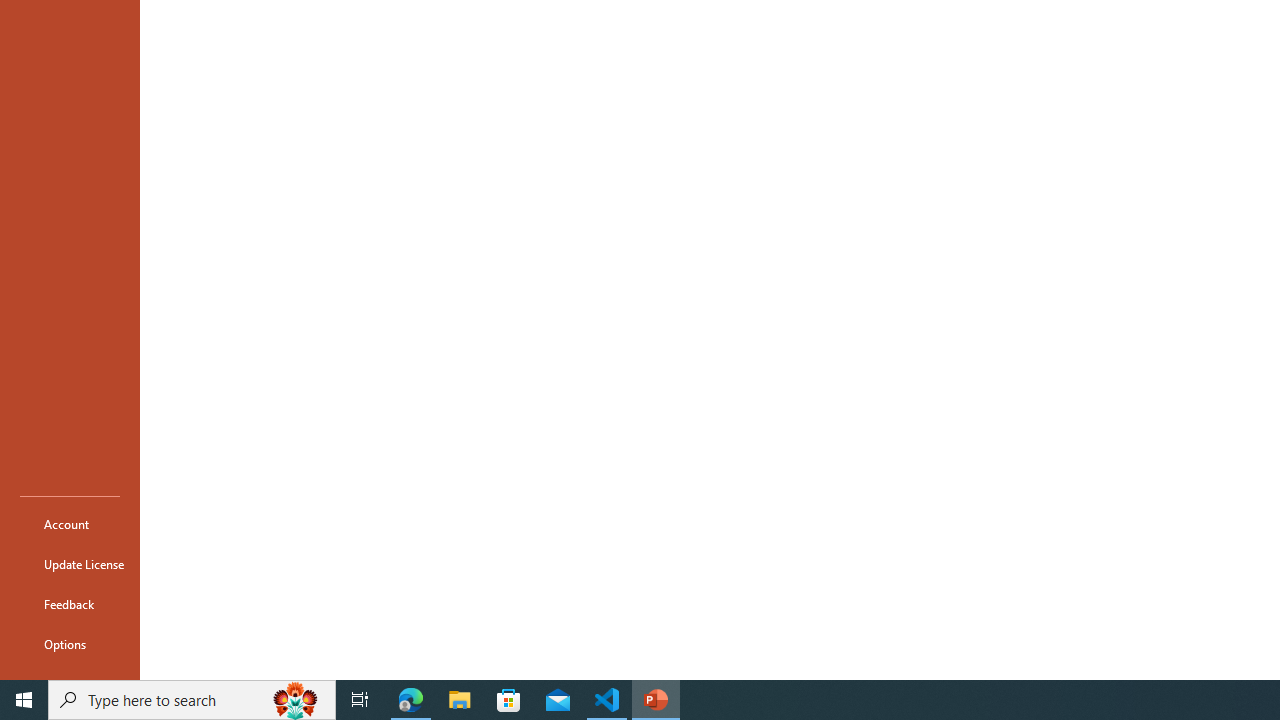 The height and width of the screenshot is (720, 1280). What do you see at coordinates (69, 564) in the screenshot?
I see `'Update License'` at bounding box center [69, 564].